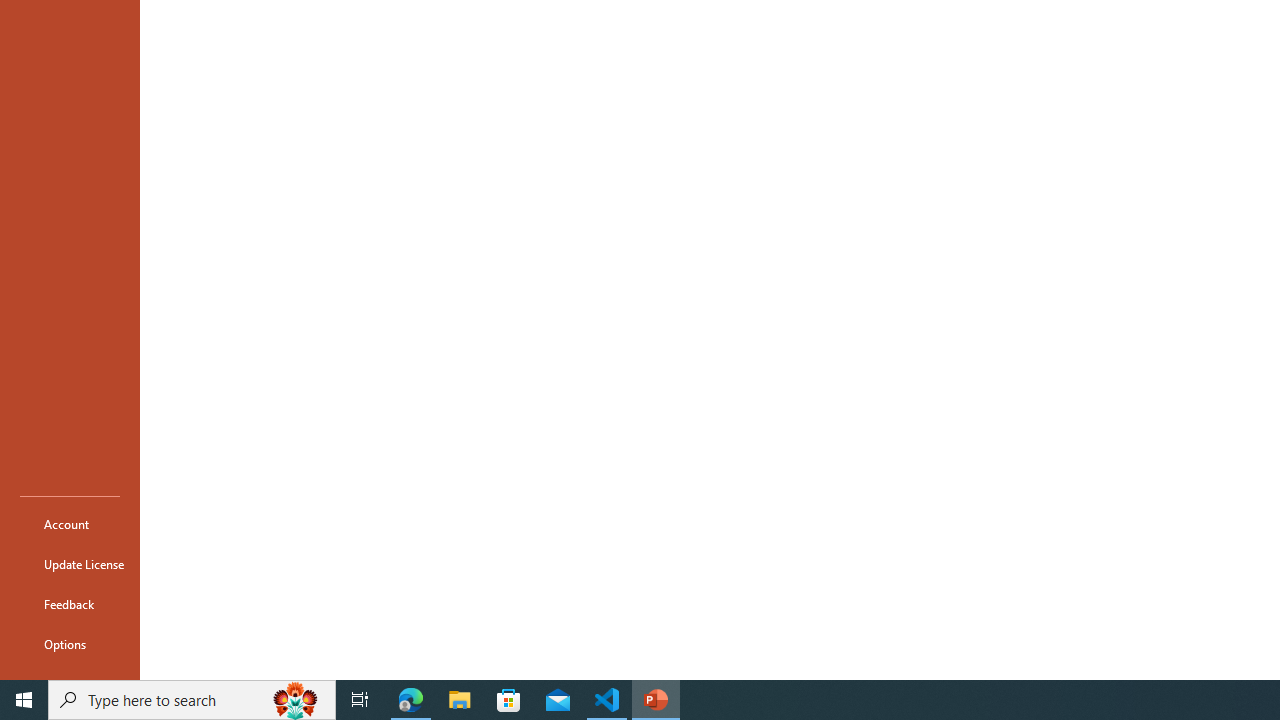 The height and width of the screenshot is (720, 1280). What do you see at coordinates (69, 564) in the screenshot?
I see `'Update License'` at bounding box center [69, 564].